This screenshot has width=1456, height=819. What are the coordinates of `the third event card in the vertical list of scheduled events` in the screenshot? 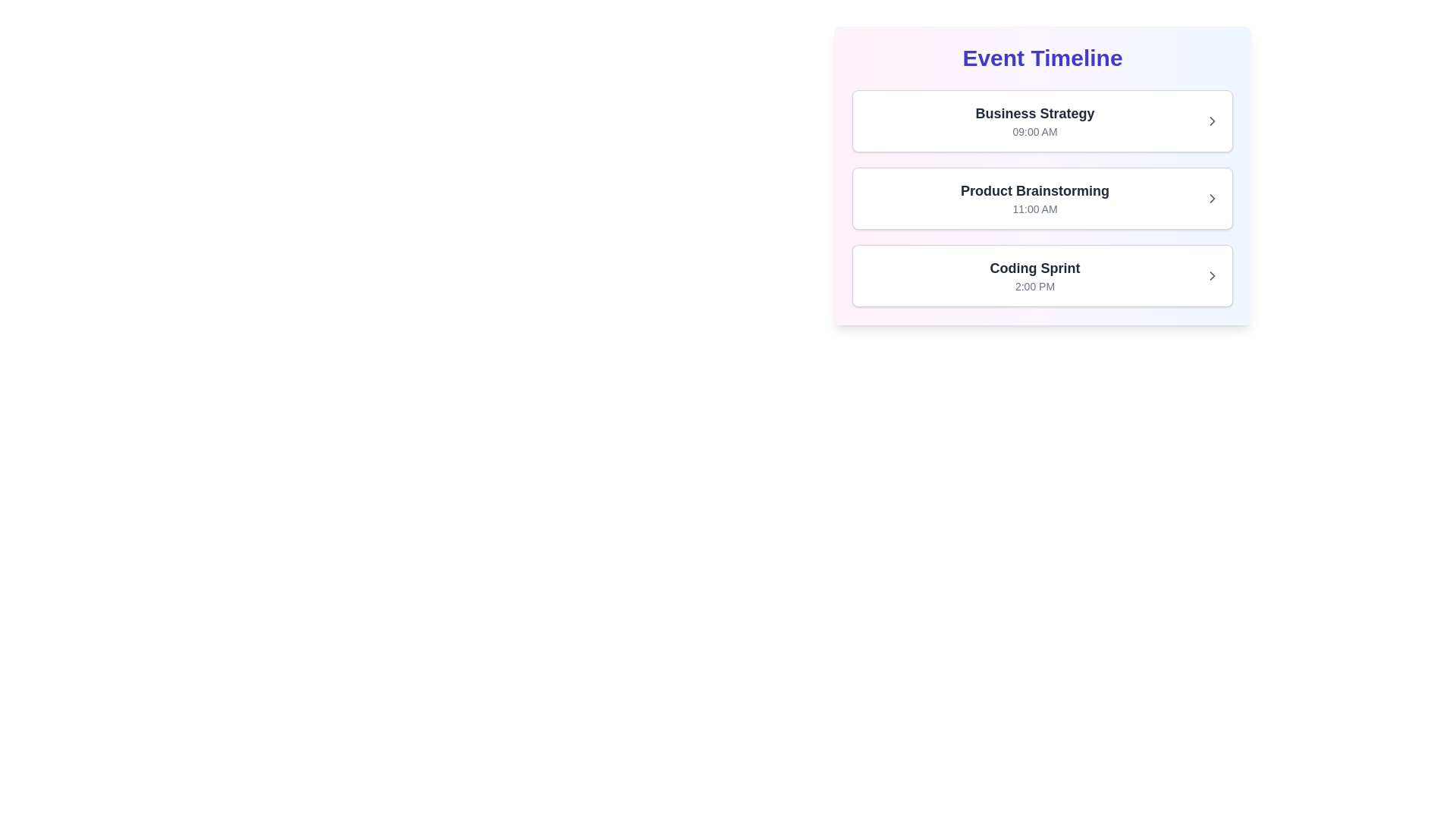 It's located at (1041, 275).